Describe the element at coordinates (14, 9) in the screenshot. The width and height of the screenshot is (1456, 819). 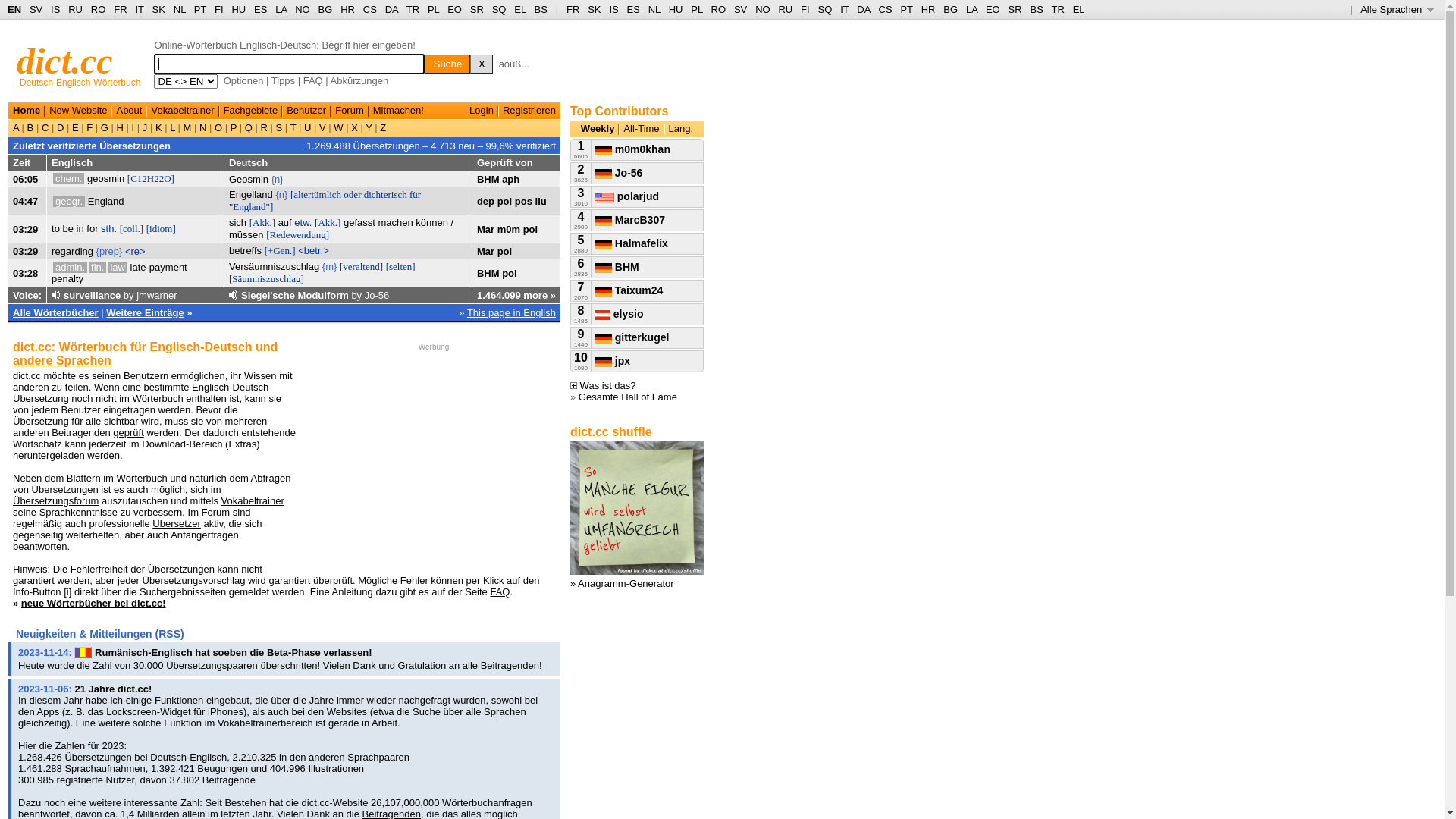
I see `'EN'` at that location.